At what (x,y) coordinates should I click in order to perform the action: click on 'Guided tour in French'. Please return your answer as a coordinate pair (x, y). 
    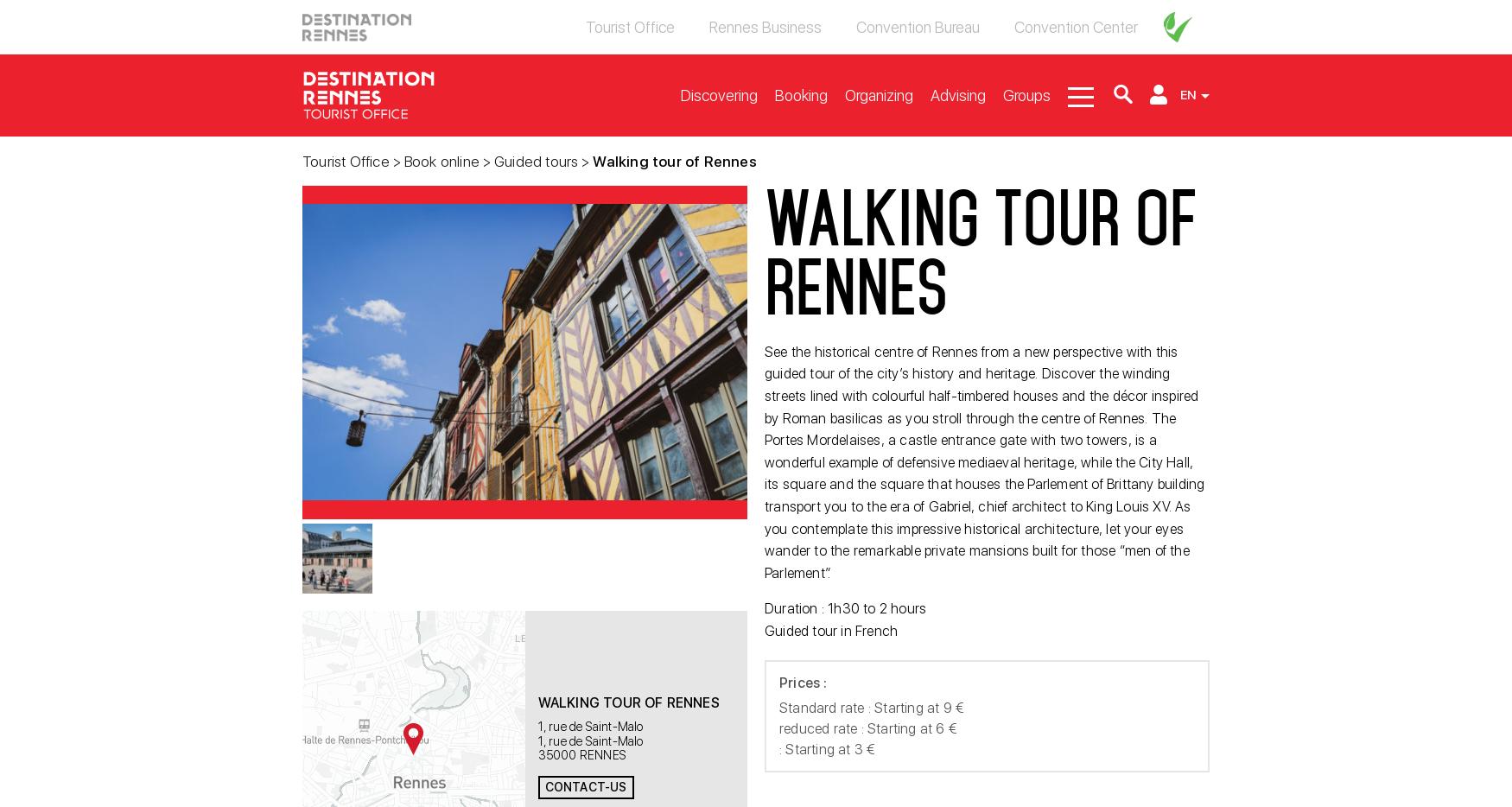
    Looking at the image, I should click on (830, 630).